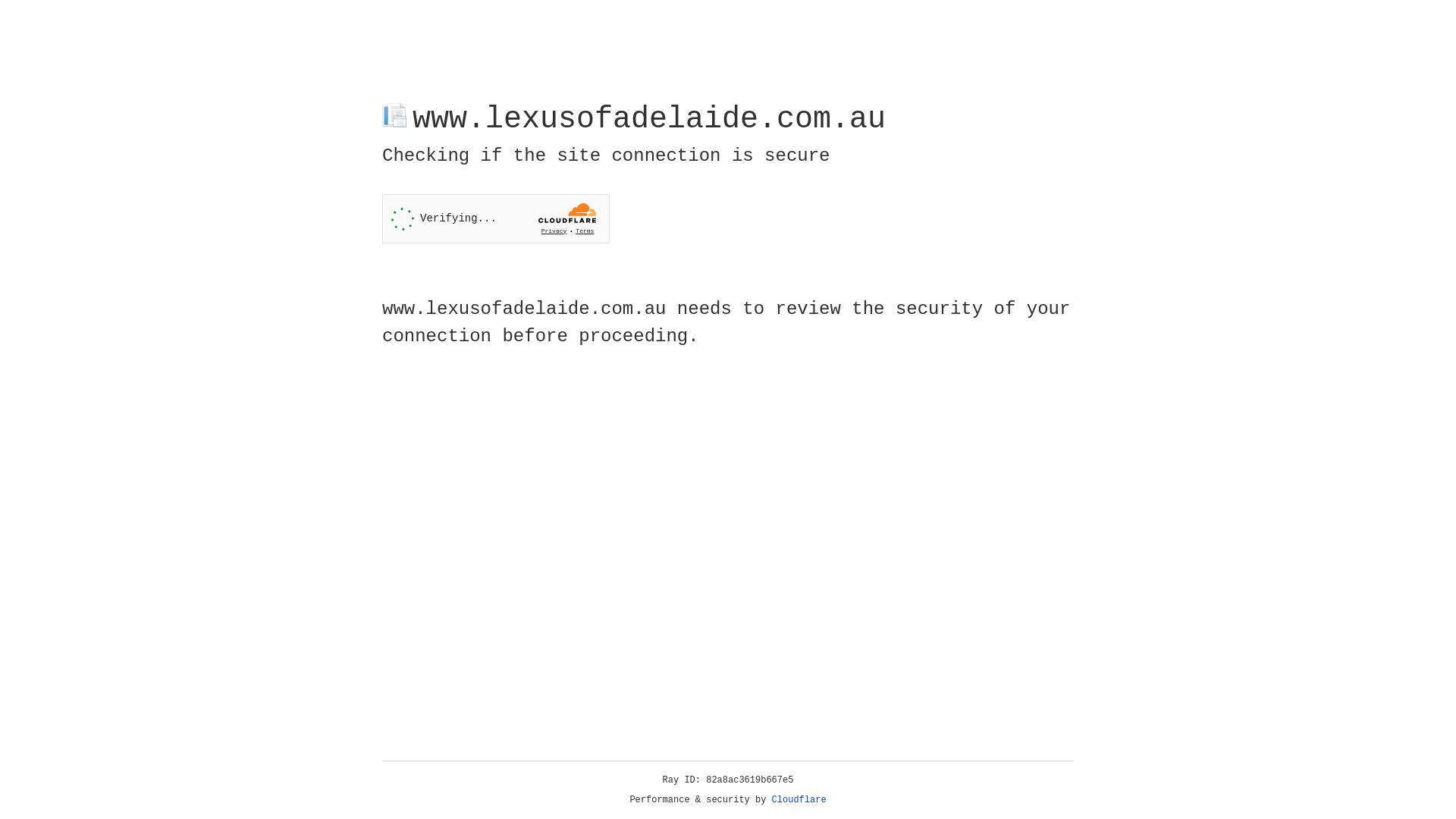  I want to click on 'Cloudflare', so click(799, 799).